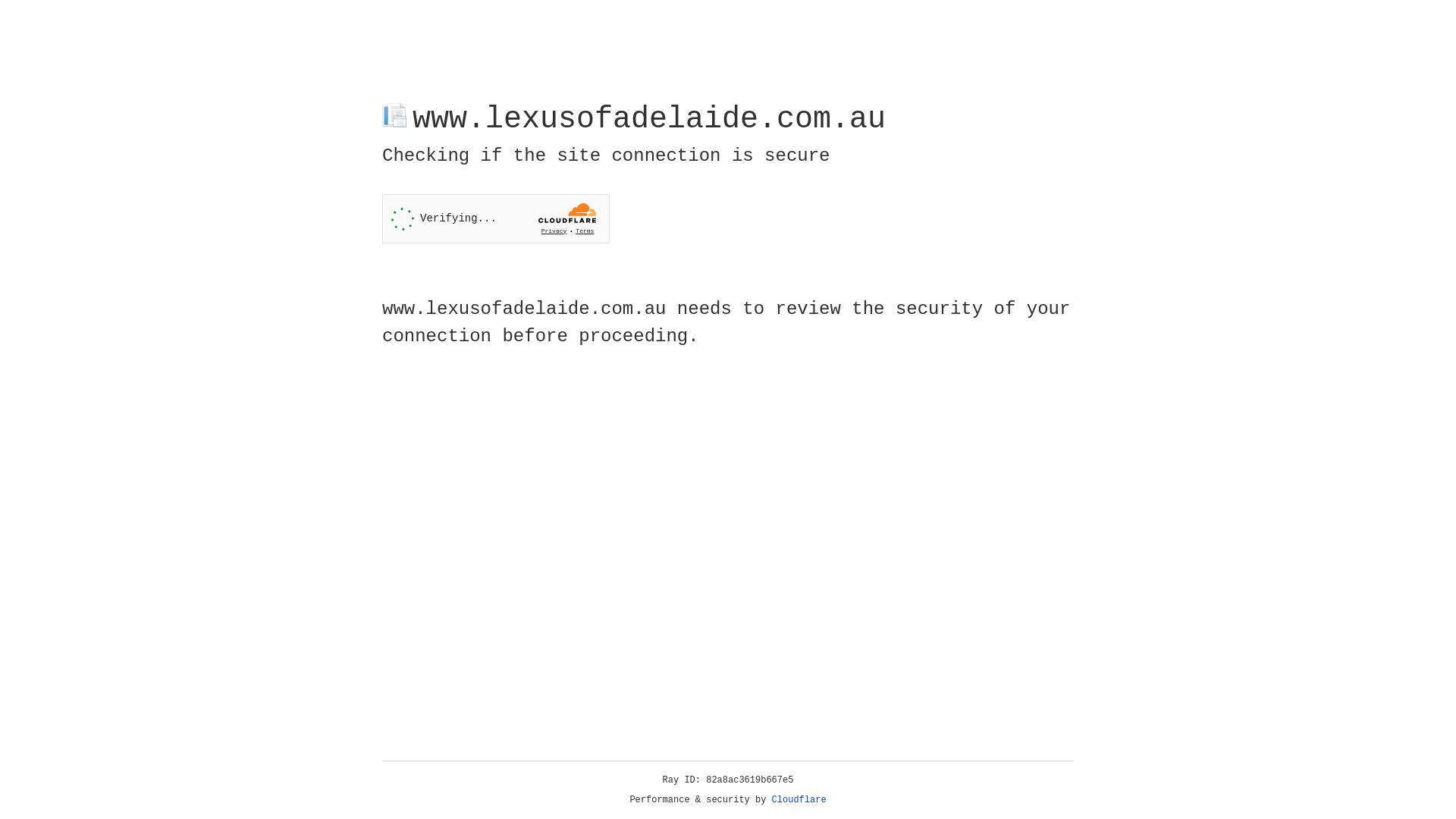  I want to click on 'Cloudflare', so click(799, 799).